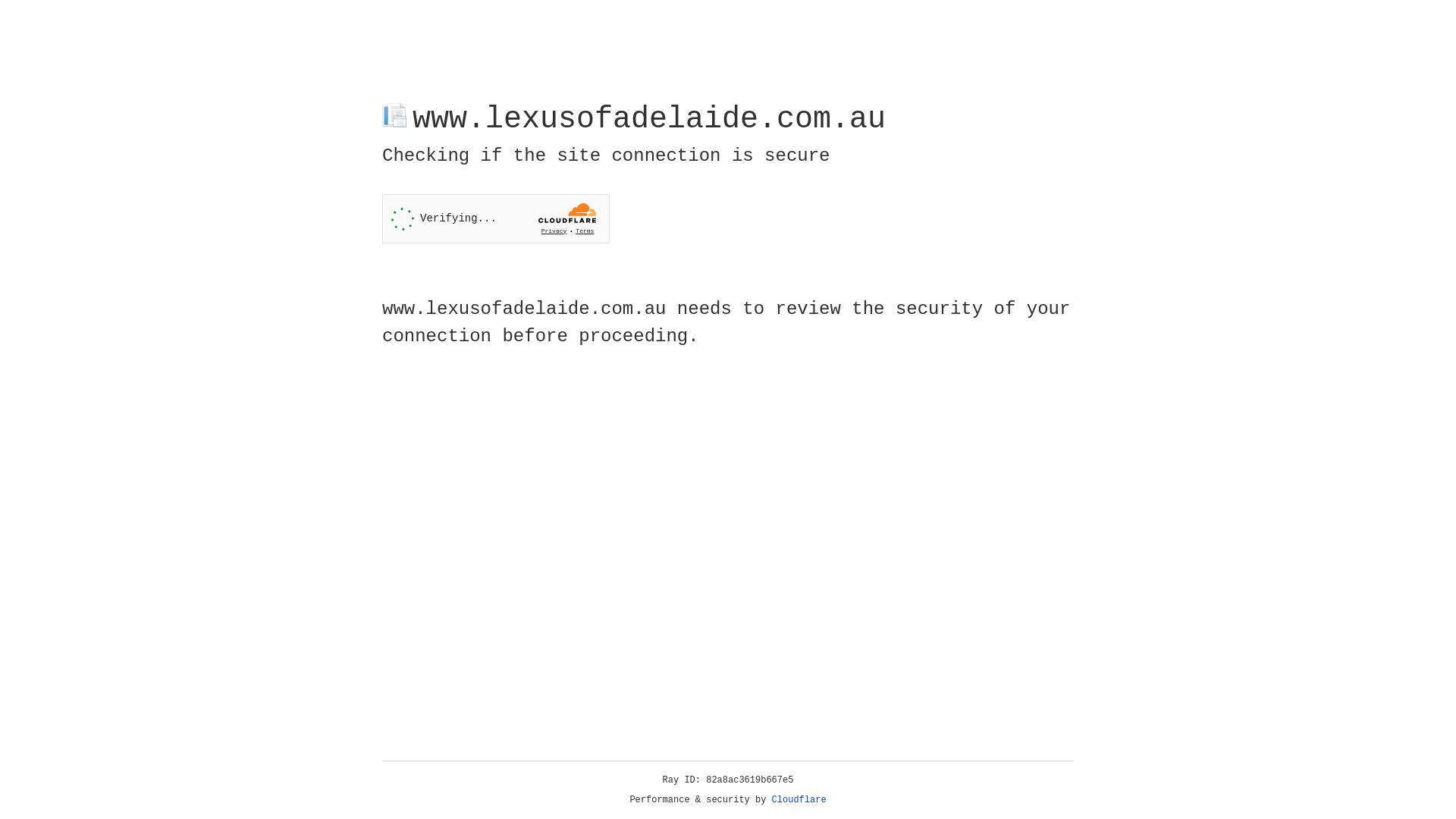  I want to click on 'Cloudflare', so click(799, 799).